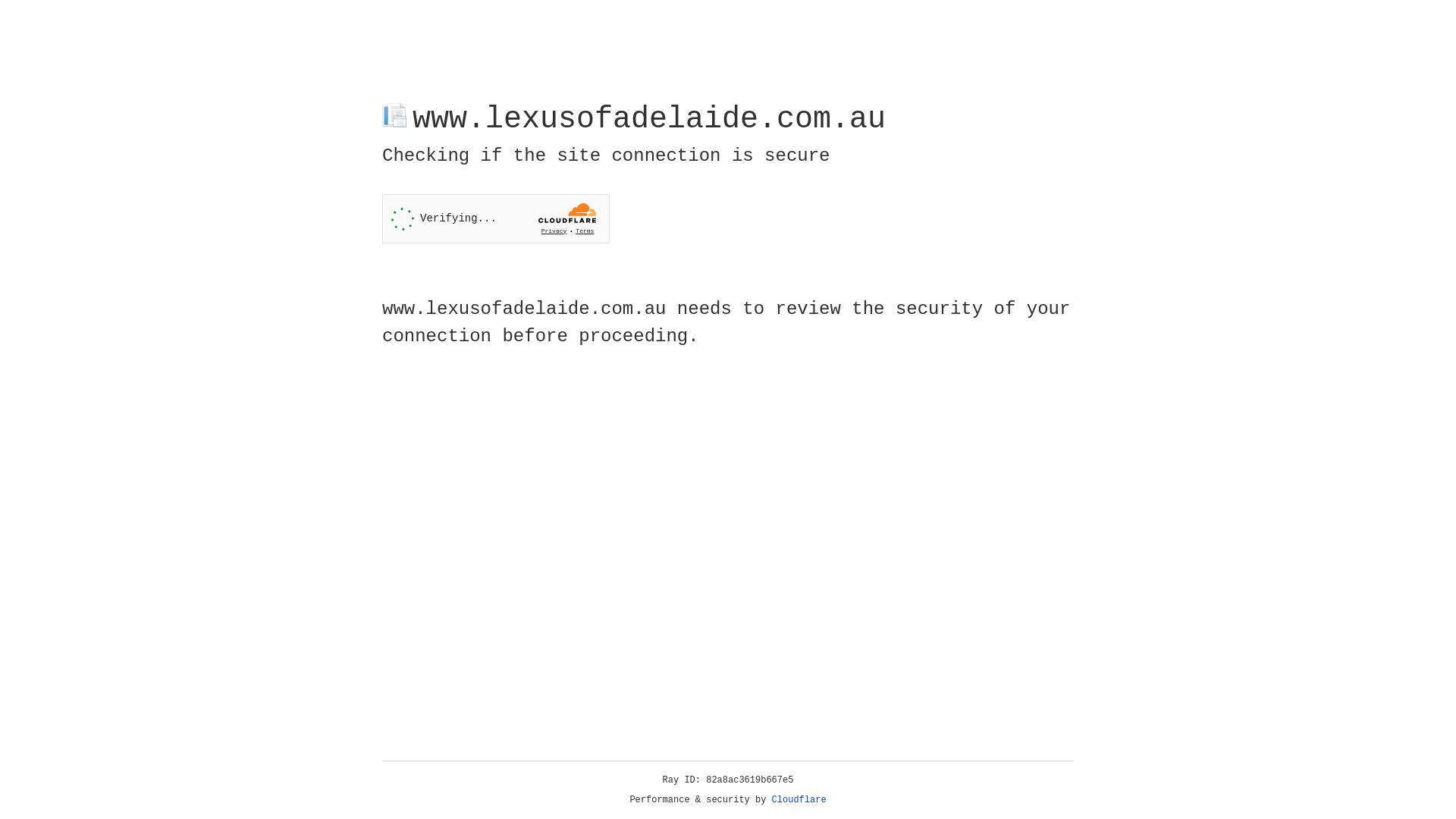  I want to click on 'Cloudflare', so click(799, 799).